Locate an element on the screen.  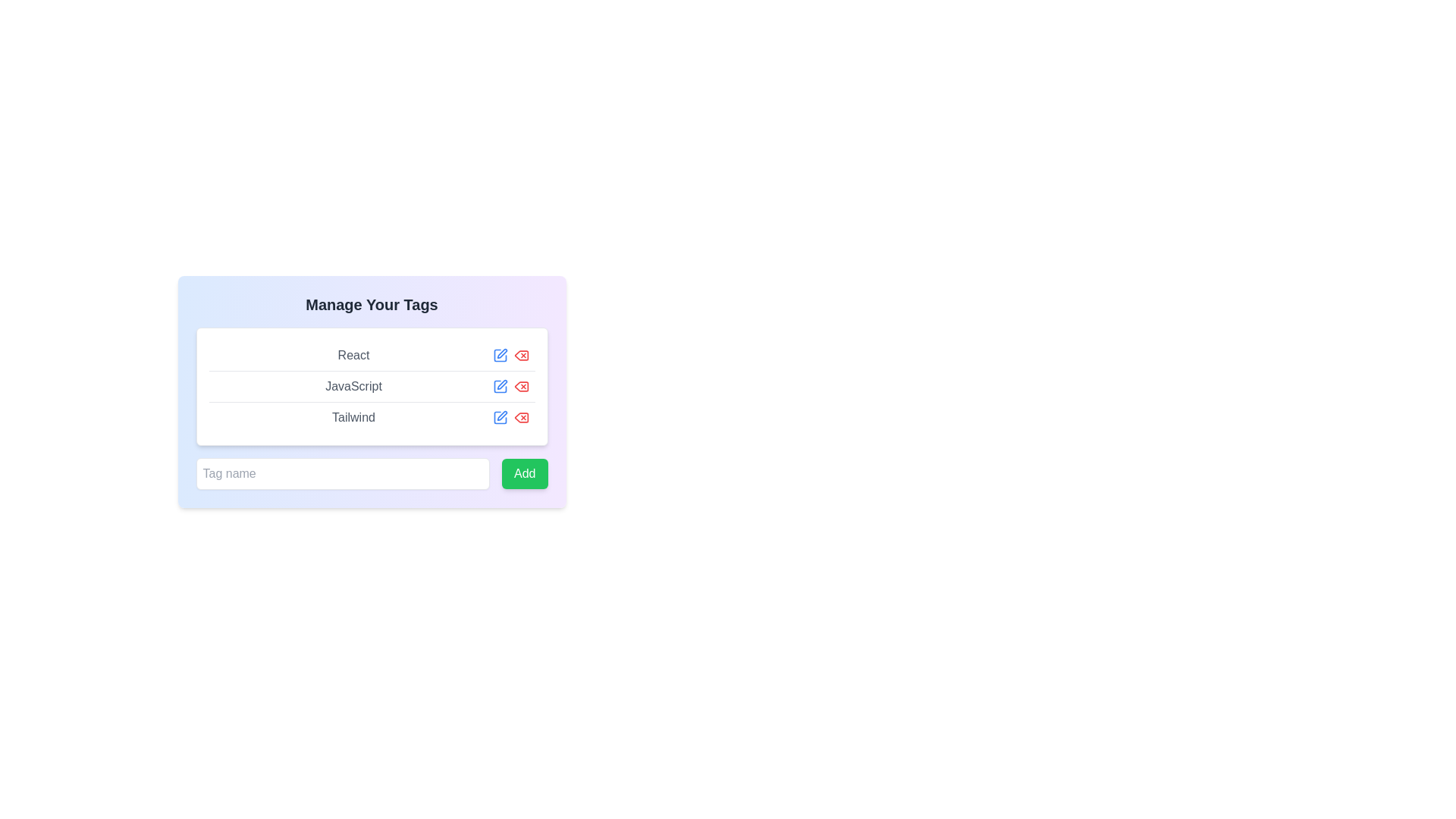
the 'Tailwind' text label element in the third row of the 'Manage Your Tags' modal dialog, which is displayed in medium gray font against a white background is located at coordinates (353, 418).